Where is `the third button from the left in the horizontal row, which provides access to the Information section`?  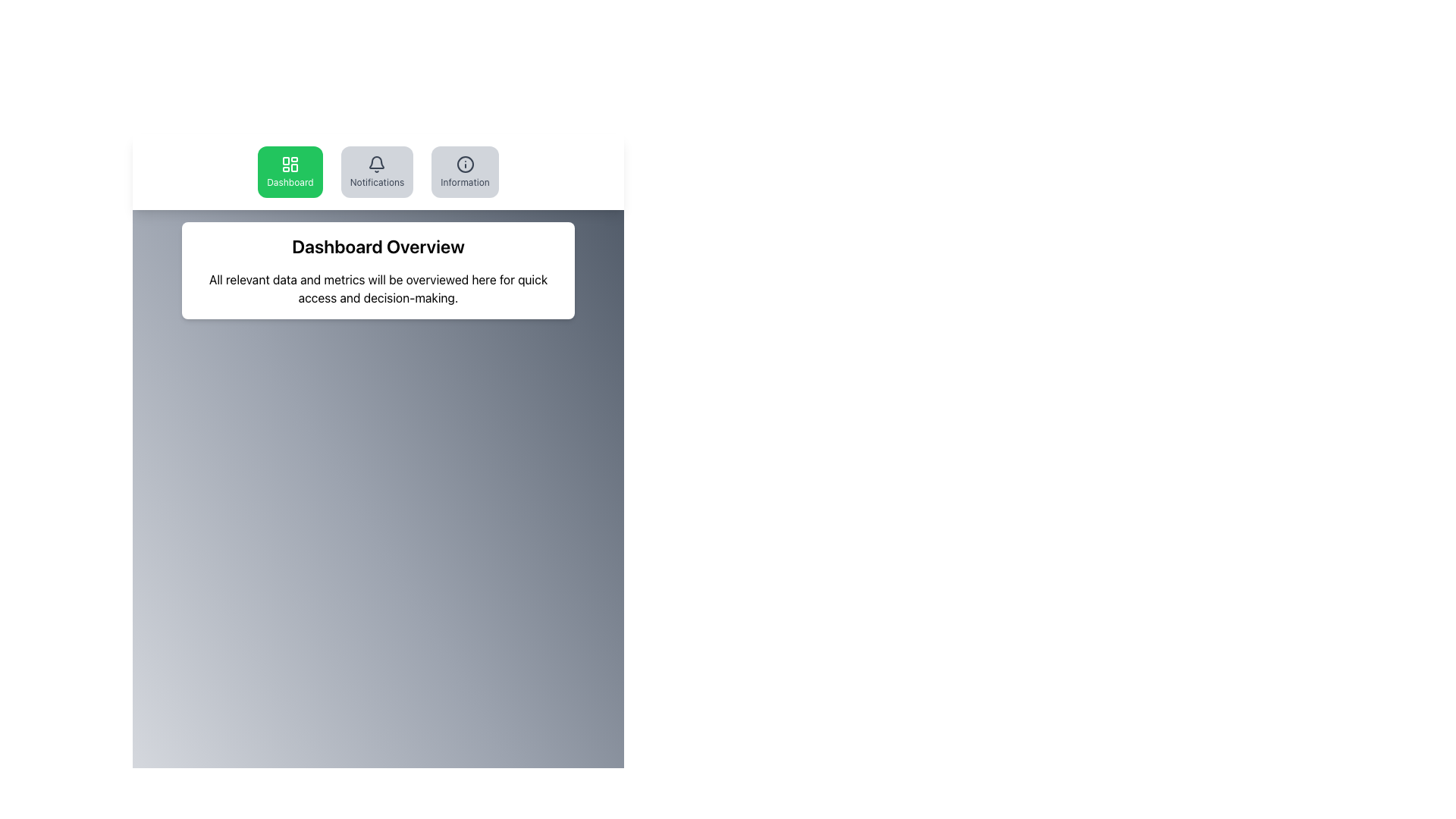
the third button from the left in the horizontal row, which provides access to the Information section is located at coordinates (464, 171).